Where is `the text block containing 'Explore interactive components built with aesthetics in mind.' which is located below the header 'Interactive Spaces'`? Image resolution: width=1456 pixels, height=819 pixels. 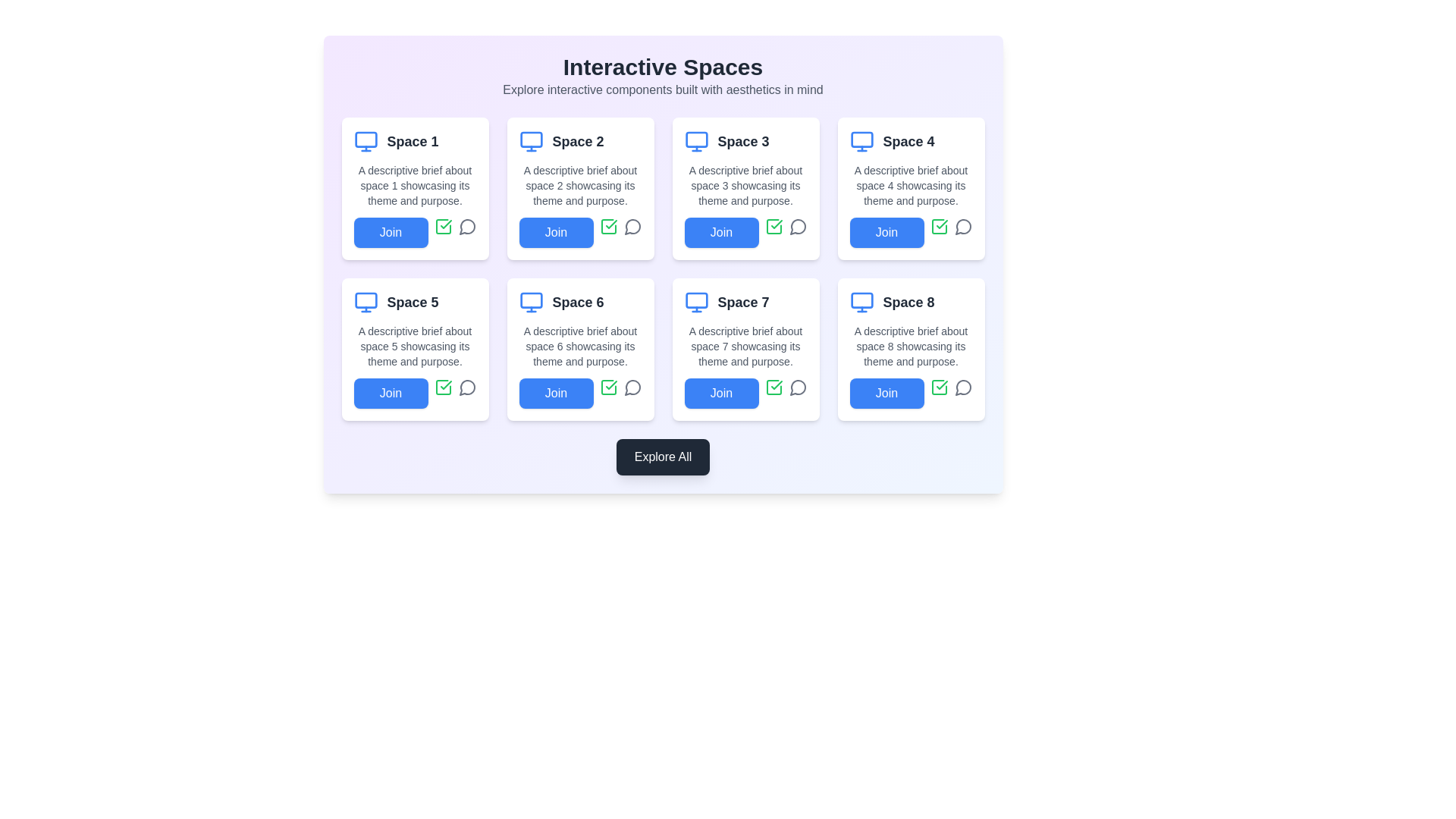 the text block containing 'Explore interactive components built with aesthetics in mind.' which is located below the header 'Interactive Spaces' is located at coordinates (663, 90).